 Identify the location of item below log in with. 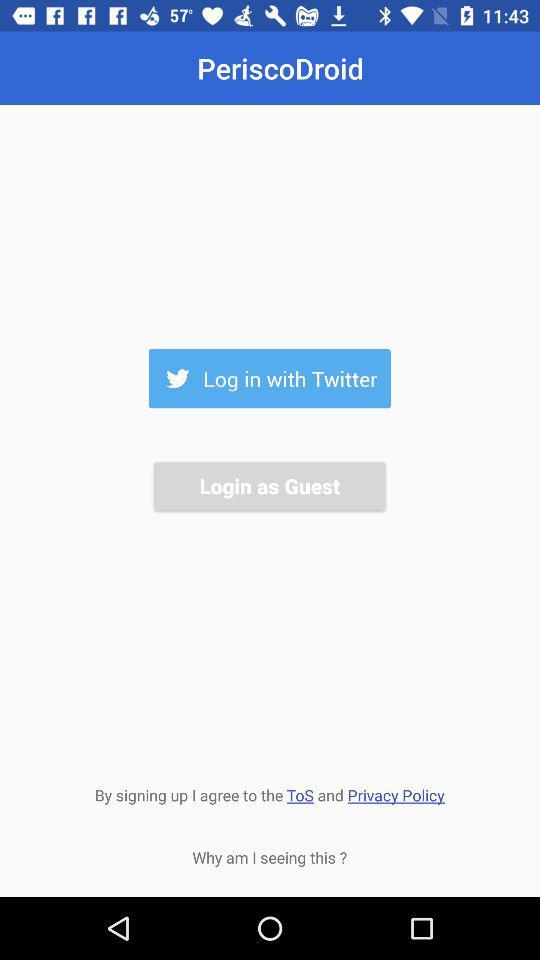
(269, 484).